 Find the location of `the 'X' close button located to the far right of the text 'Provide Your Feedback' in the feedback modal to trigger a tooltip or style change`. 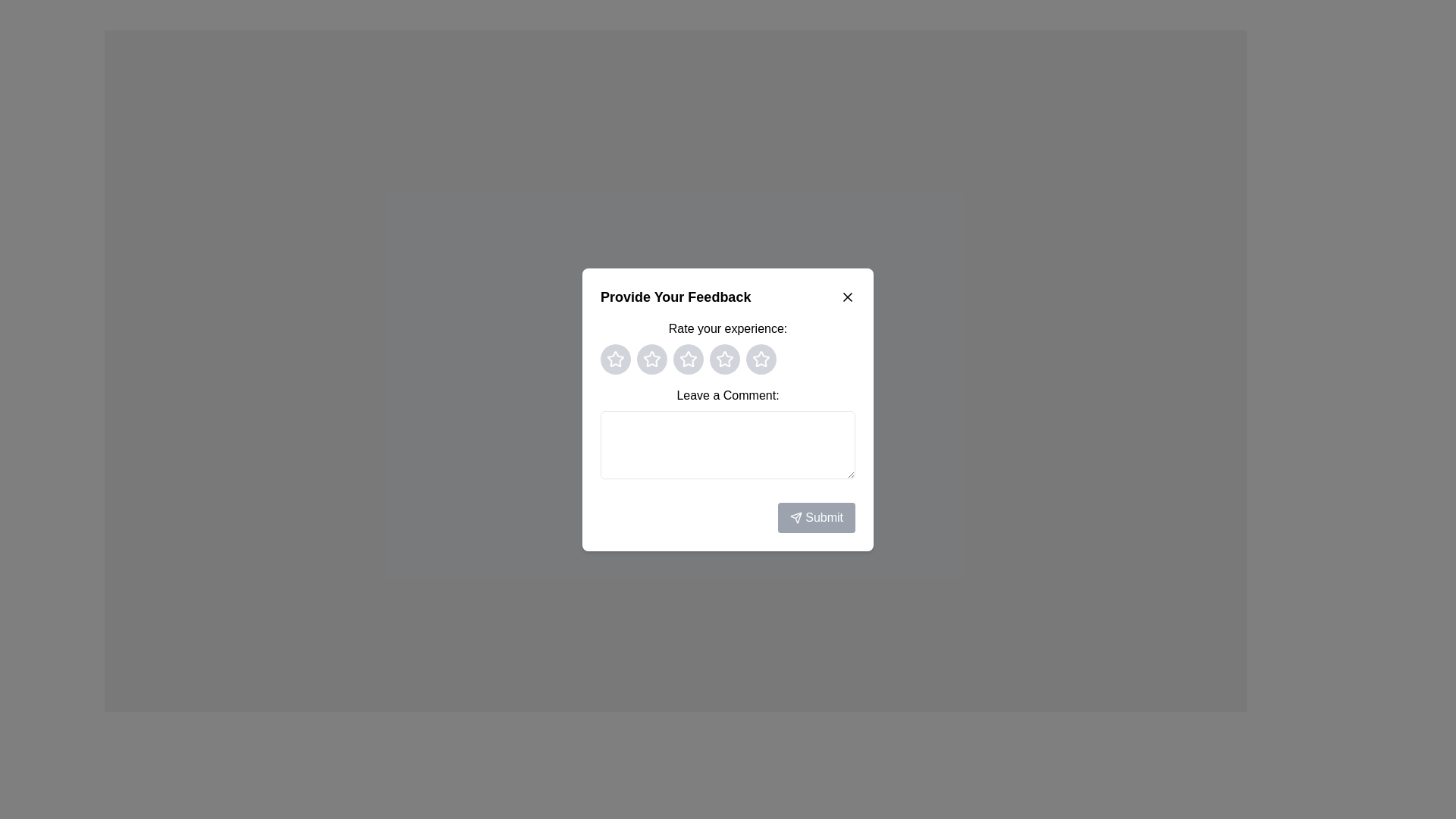

the 'X' close button located to the far right of the text 'Provide Your Feedback' in the feedback modal to trigger a tooltip or style change is located at coordinates (847, 297).